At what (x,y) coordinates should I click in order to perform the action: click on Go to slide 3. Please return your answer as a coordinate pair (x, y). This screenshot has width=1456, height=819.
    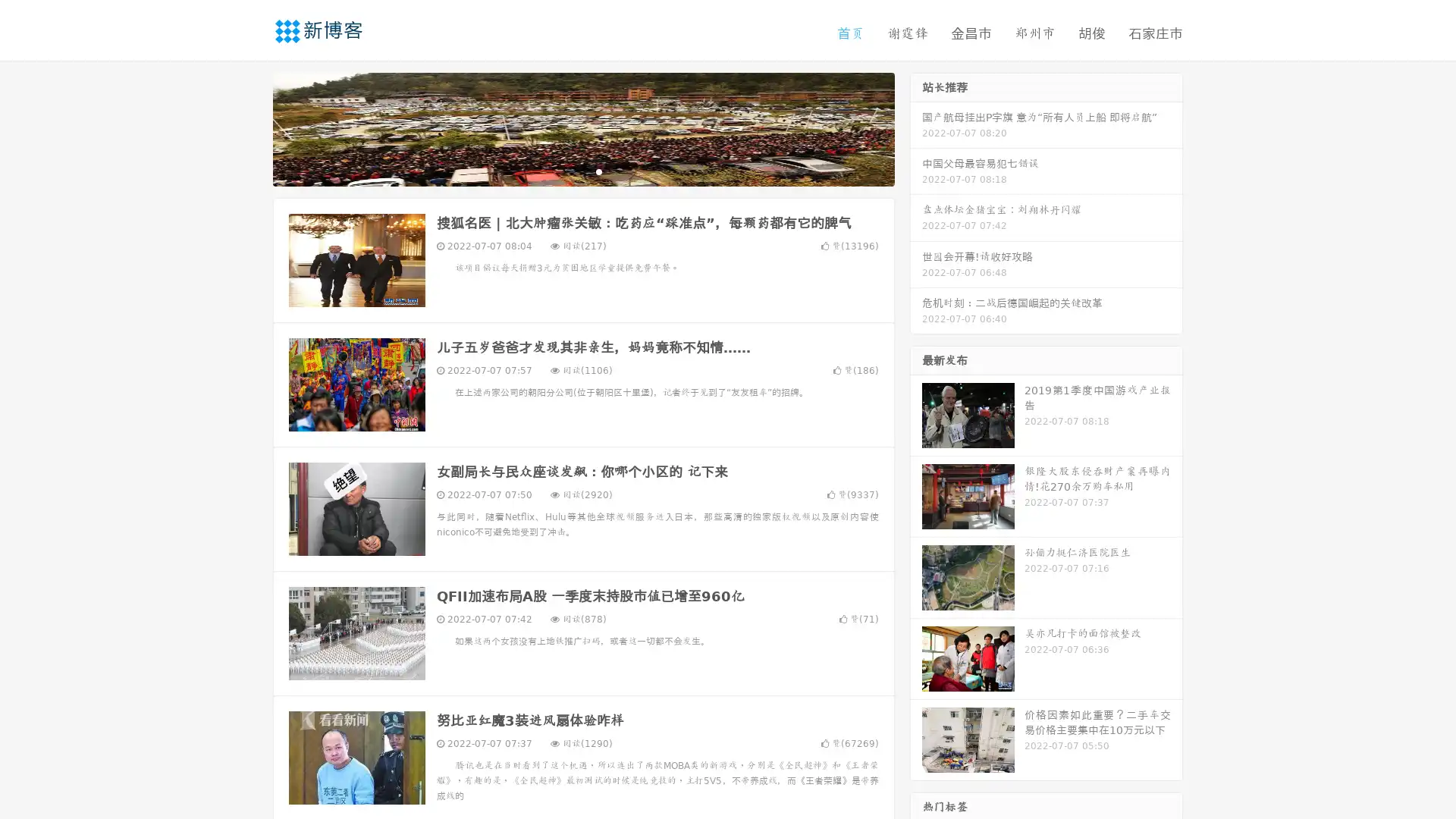
    Looking at the image, I should click on (598, 171).